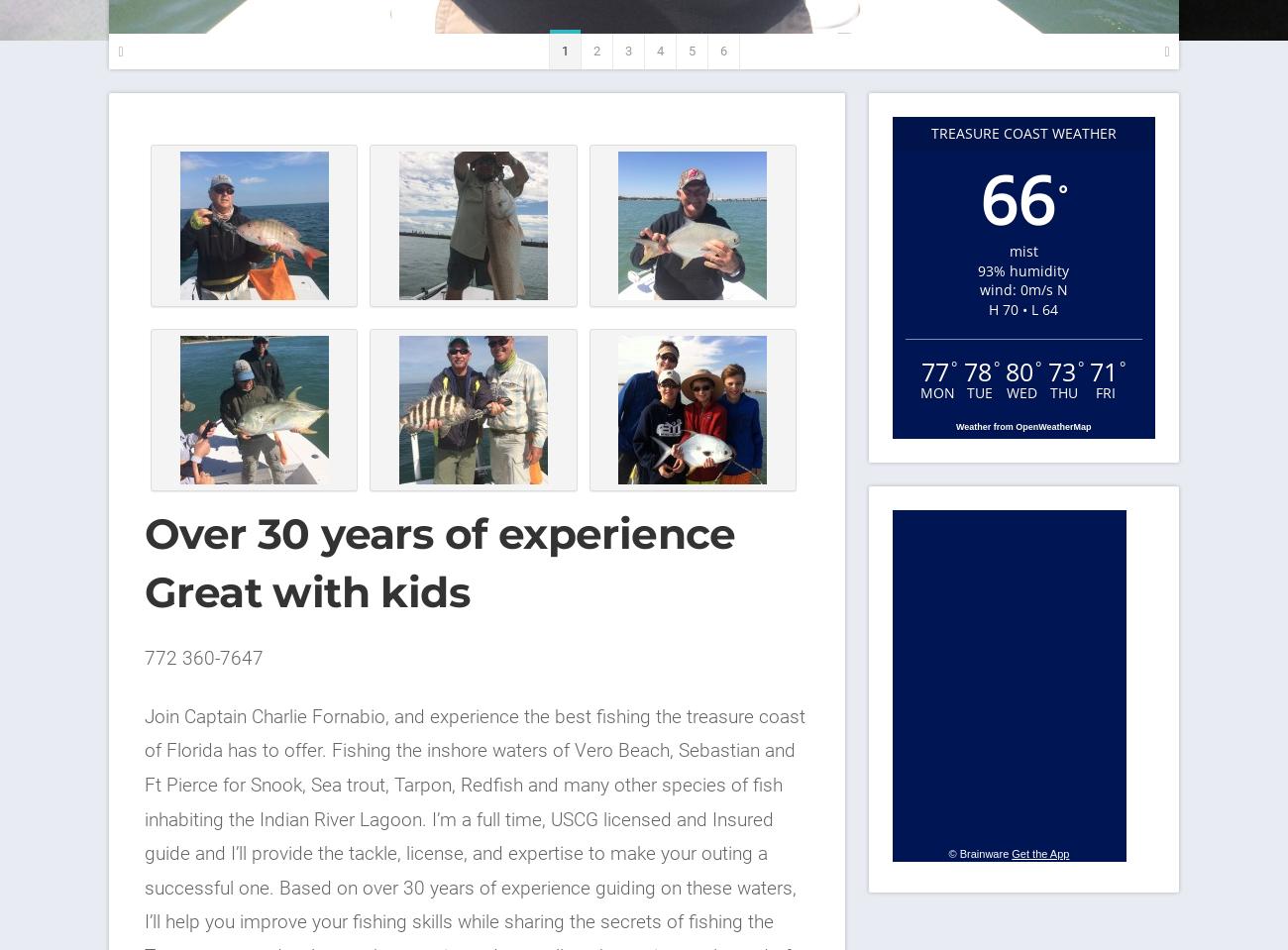 This screenshot has width=1288, height=950. What do you see at coordinates (307, 591) in the screenshot?
I see `'Great with kids'` at bounding box center [307, 591].